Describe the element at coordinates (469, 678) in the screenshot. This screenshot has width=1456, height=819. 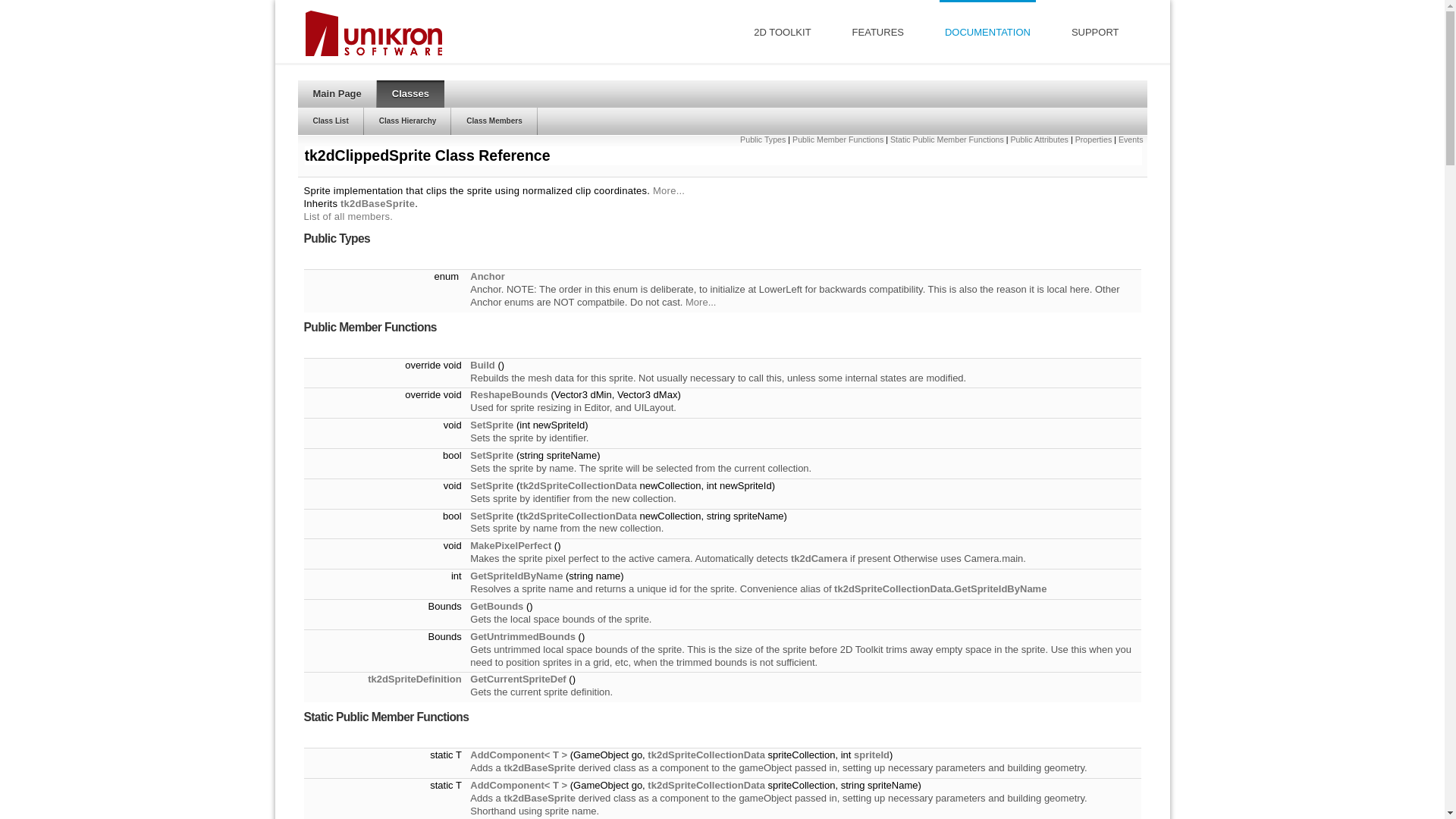
I see `'GetCurrentSpriteDef'` at that location.